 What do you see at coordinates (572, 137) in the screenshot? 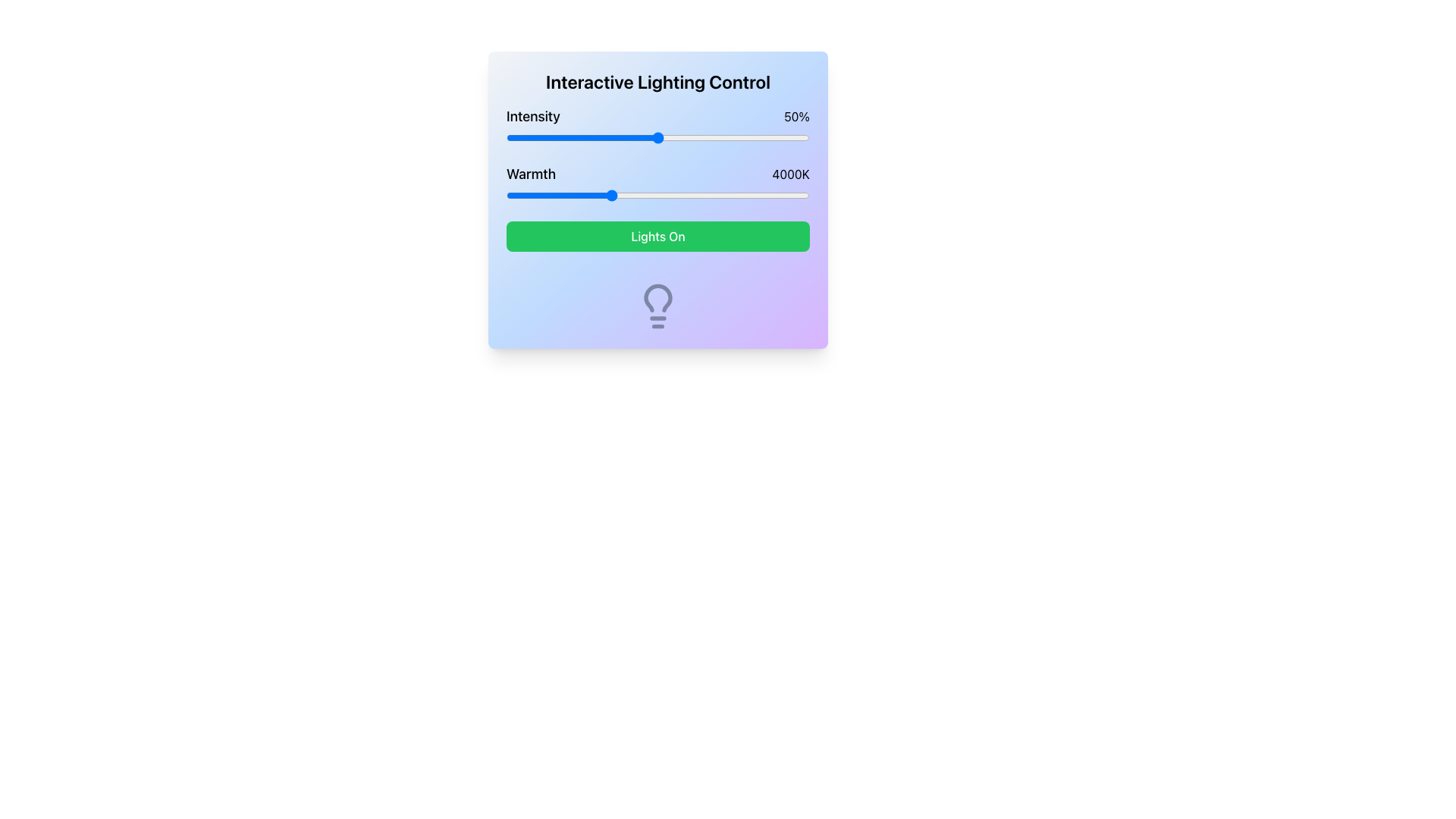
I see `the slider value` at bounding box center [572, 137].